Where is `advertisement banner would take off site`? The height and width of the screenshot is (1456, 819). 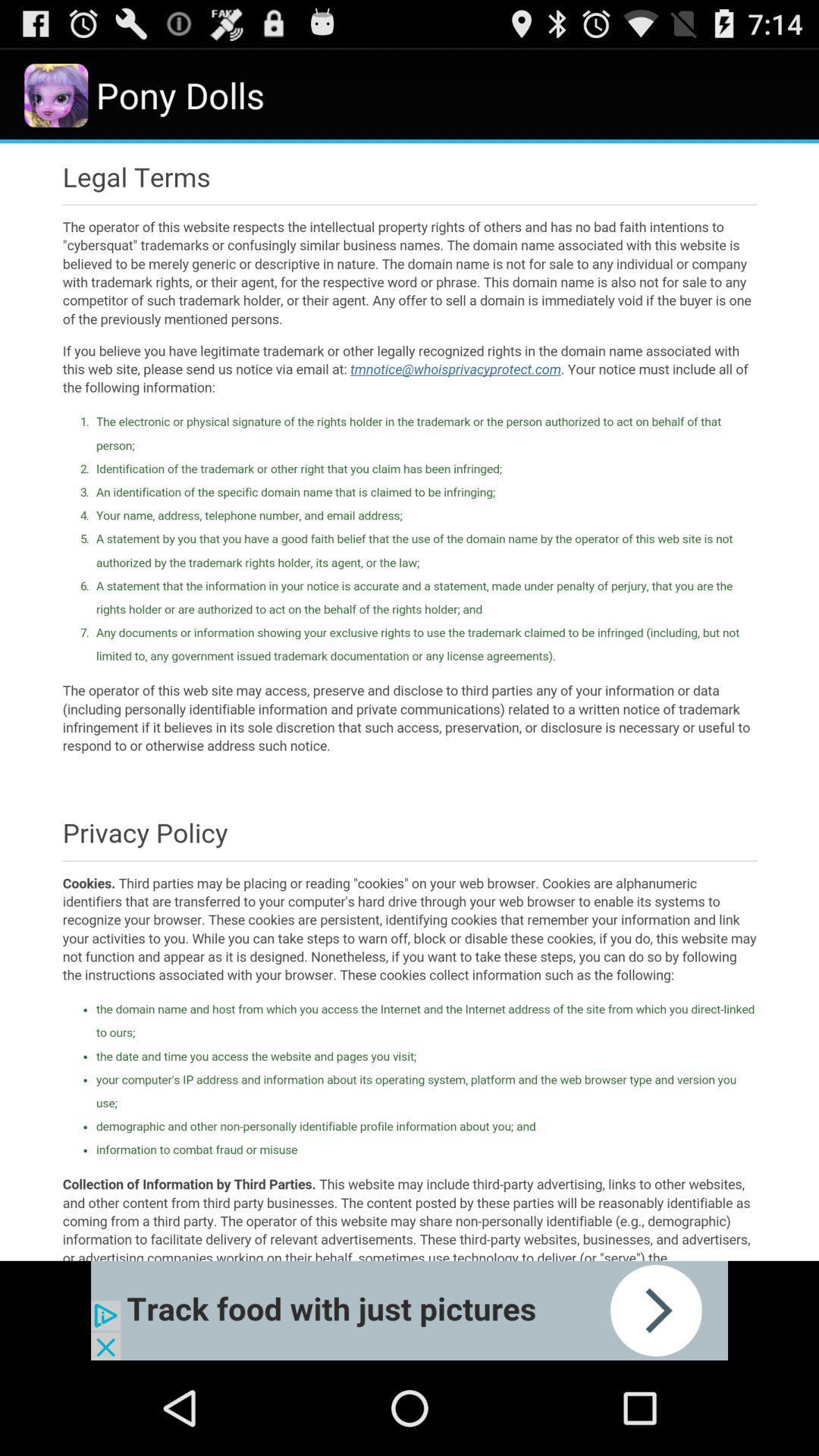 advertisement banner would take off site is located at coordinates (409, 1310).